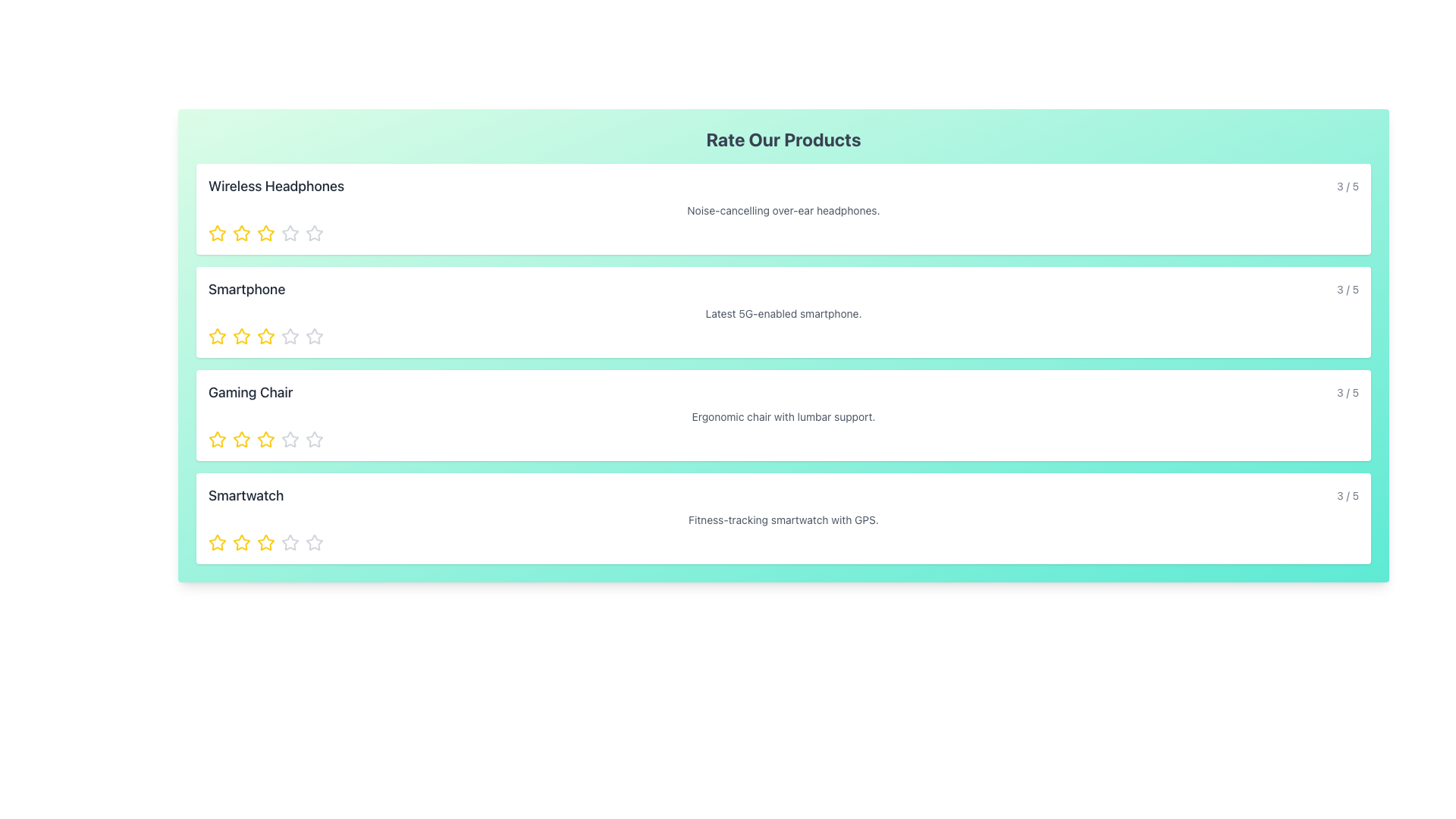  Describe the element at coordinates (240, 541) in the screenshot. I see `the star icon for rating associated with the 'Smartwatch' row` at that location.